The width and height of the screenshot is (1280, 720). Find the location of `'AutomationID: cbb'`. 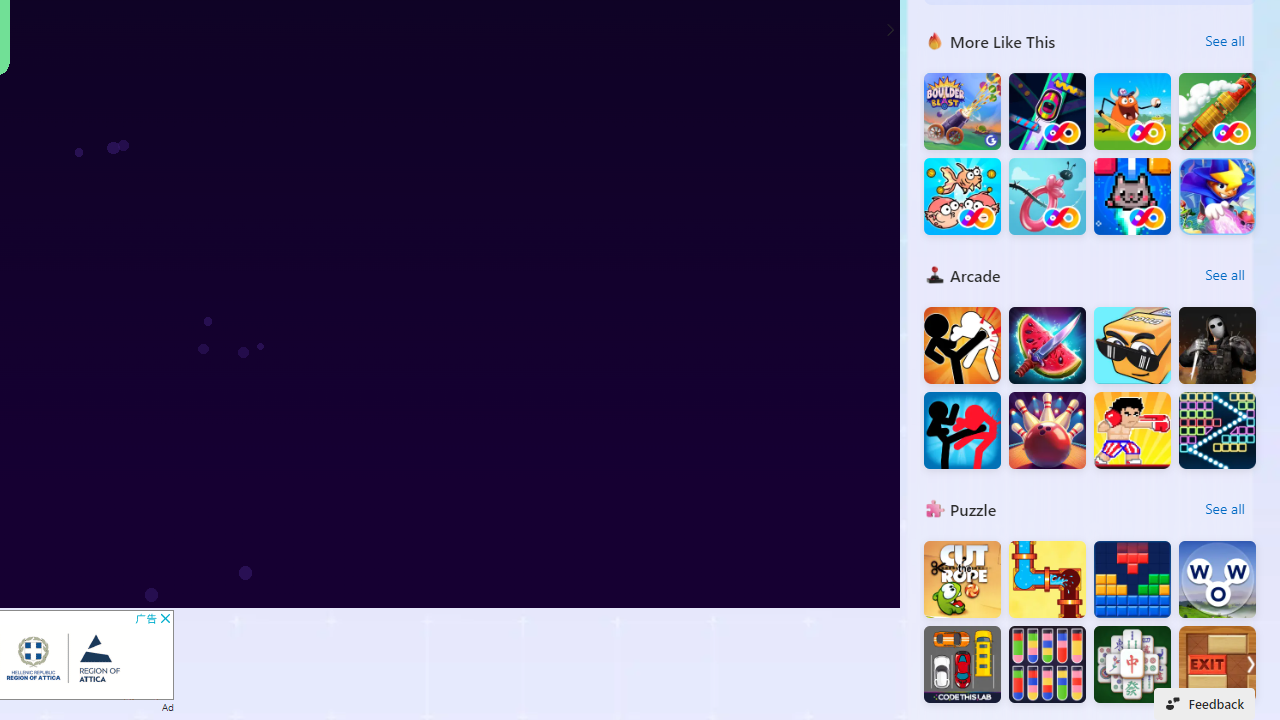

'AutomationID: cbb' is located at coordinates (165, 617).